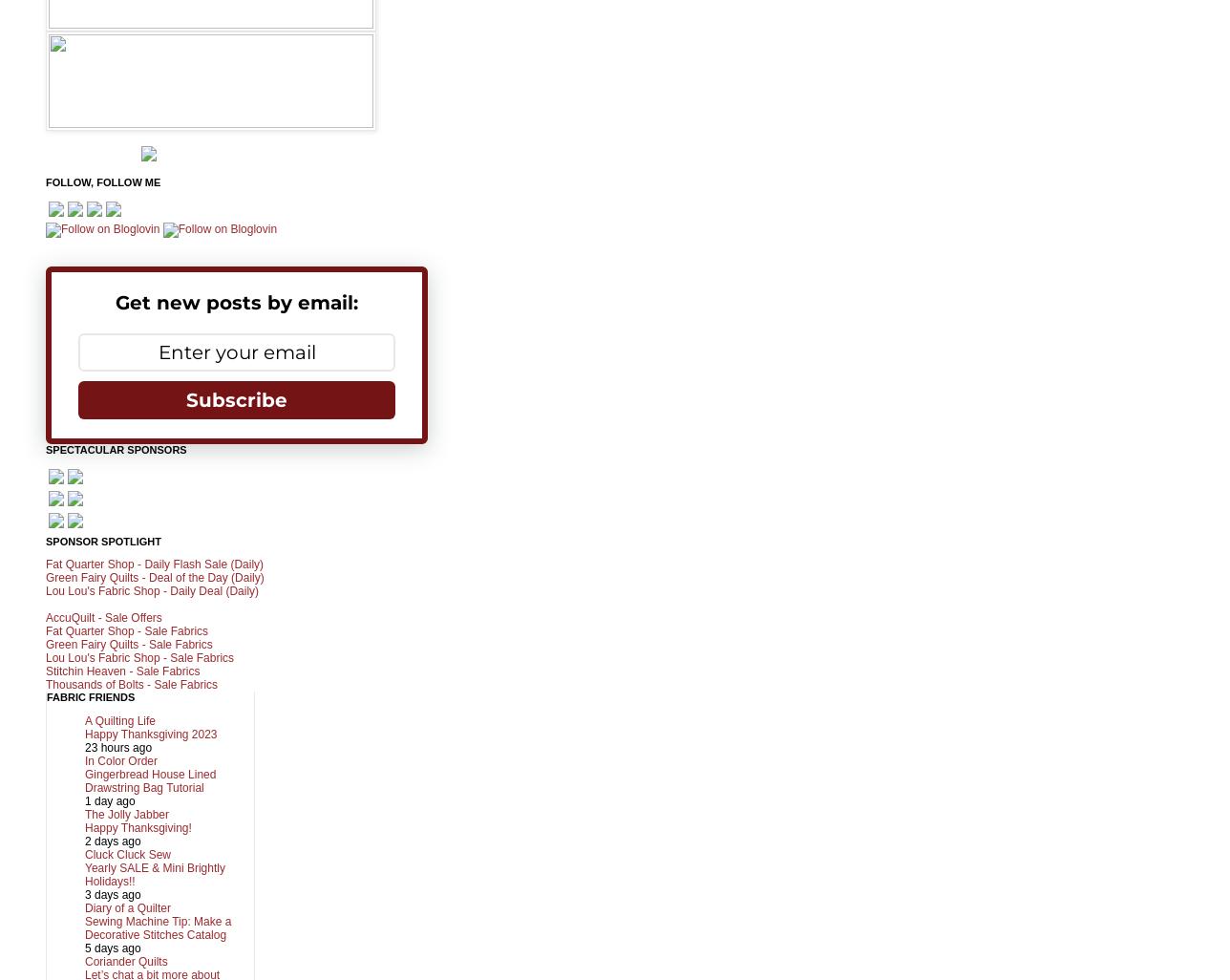  What do you see at coordinates (138, 827) in the screenshot?
I see `'Happy Thanksgiving!'` at bounding box center [138, 827].